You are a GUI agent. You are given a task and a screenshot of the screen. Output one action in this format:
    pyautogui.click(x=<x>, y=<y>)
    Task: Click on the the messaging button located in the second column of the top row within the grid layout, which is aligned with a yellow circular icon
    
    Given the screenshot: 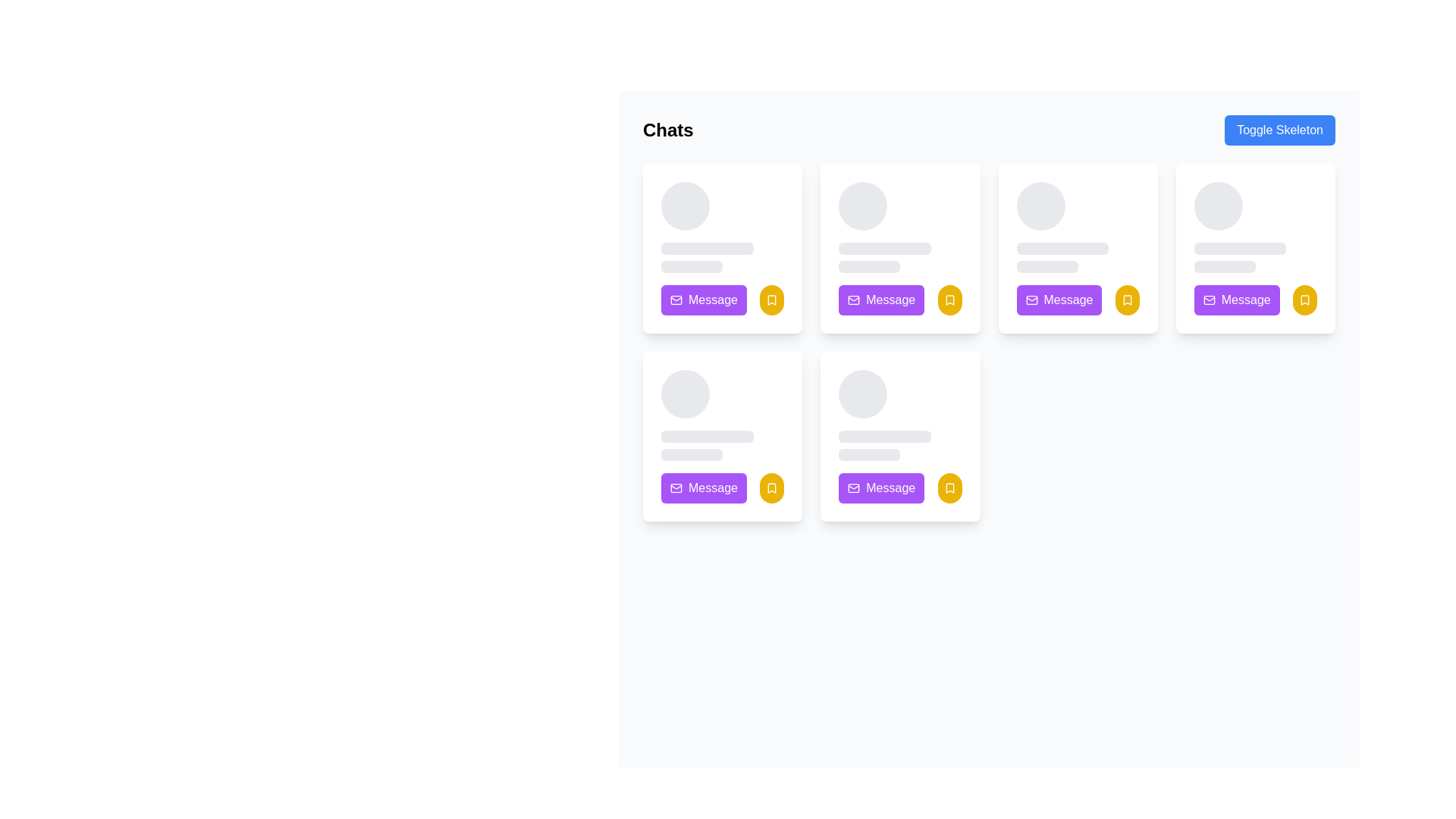 What is the action you would take?
    pyautogui.click(x=881, y=300)
    